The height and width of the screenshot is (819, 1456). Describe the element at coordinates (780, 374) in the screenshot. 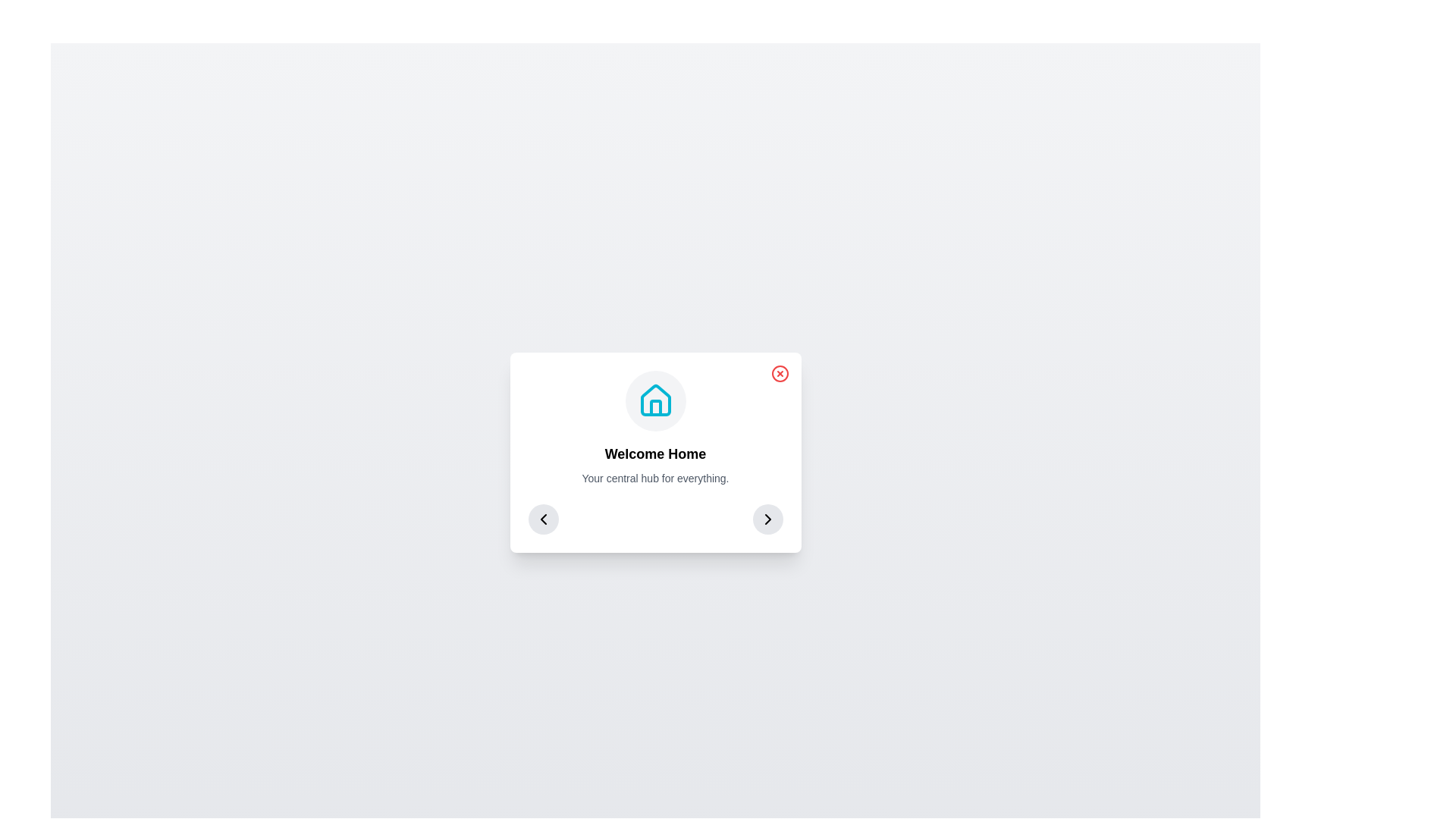

I see `the circular vector graphic located inside the cross mark icon in the top-right of the card component` at that location.